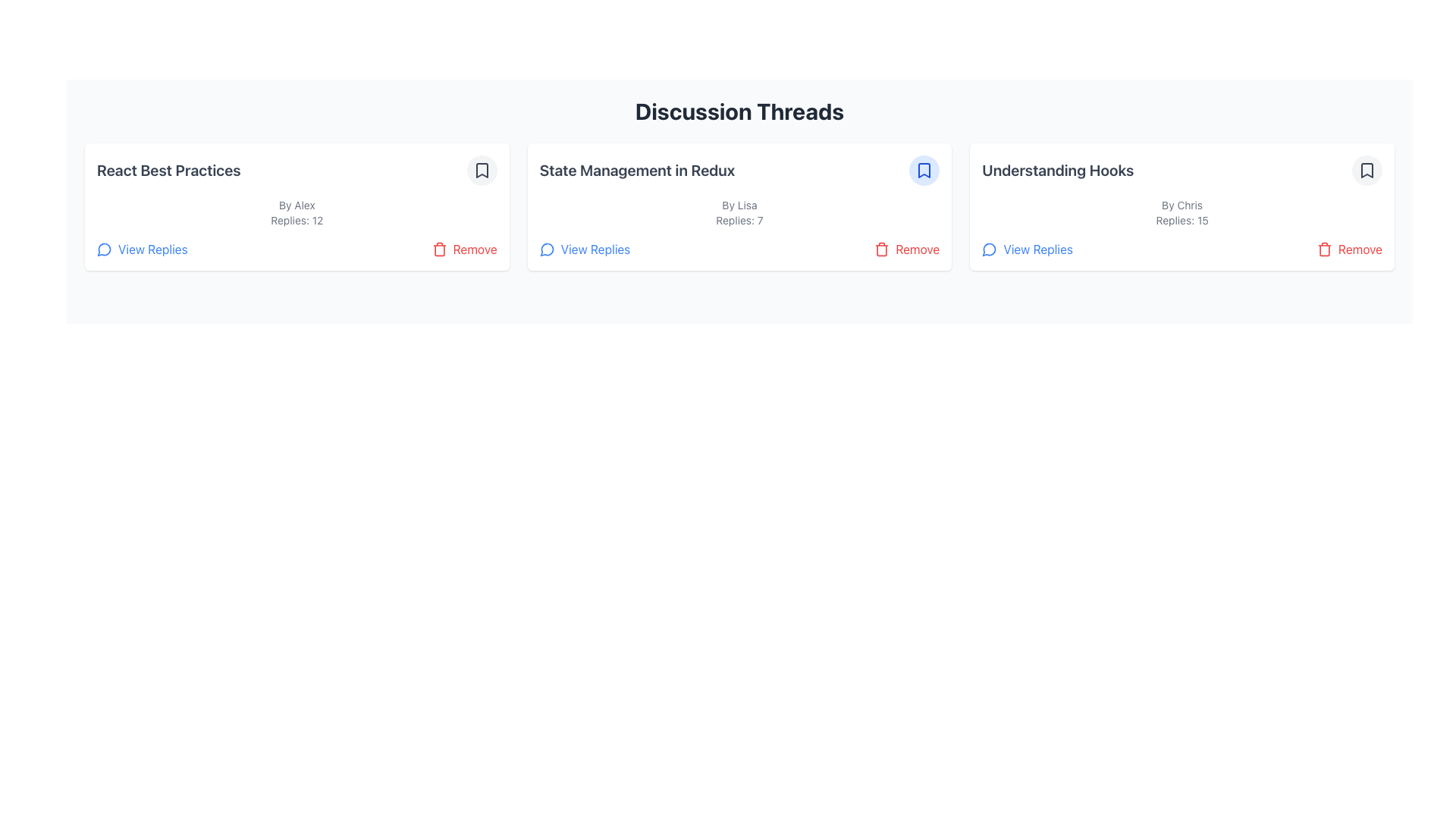 This screenshot has width=1456, height=819. Describe the element at coordinates (989, 249) in the screenshot. I see `the discussion icon located in the bottom-left corner of the 'React Best Practices' card, which visually indicates reply counts and provides access to replies` at that location.